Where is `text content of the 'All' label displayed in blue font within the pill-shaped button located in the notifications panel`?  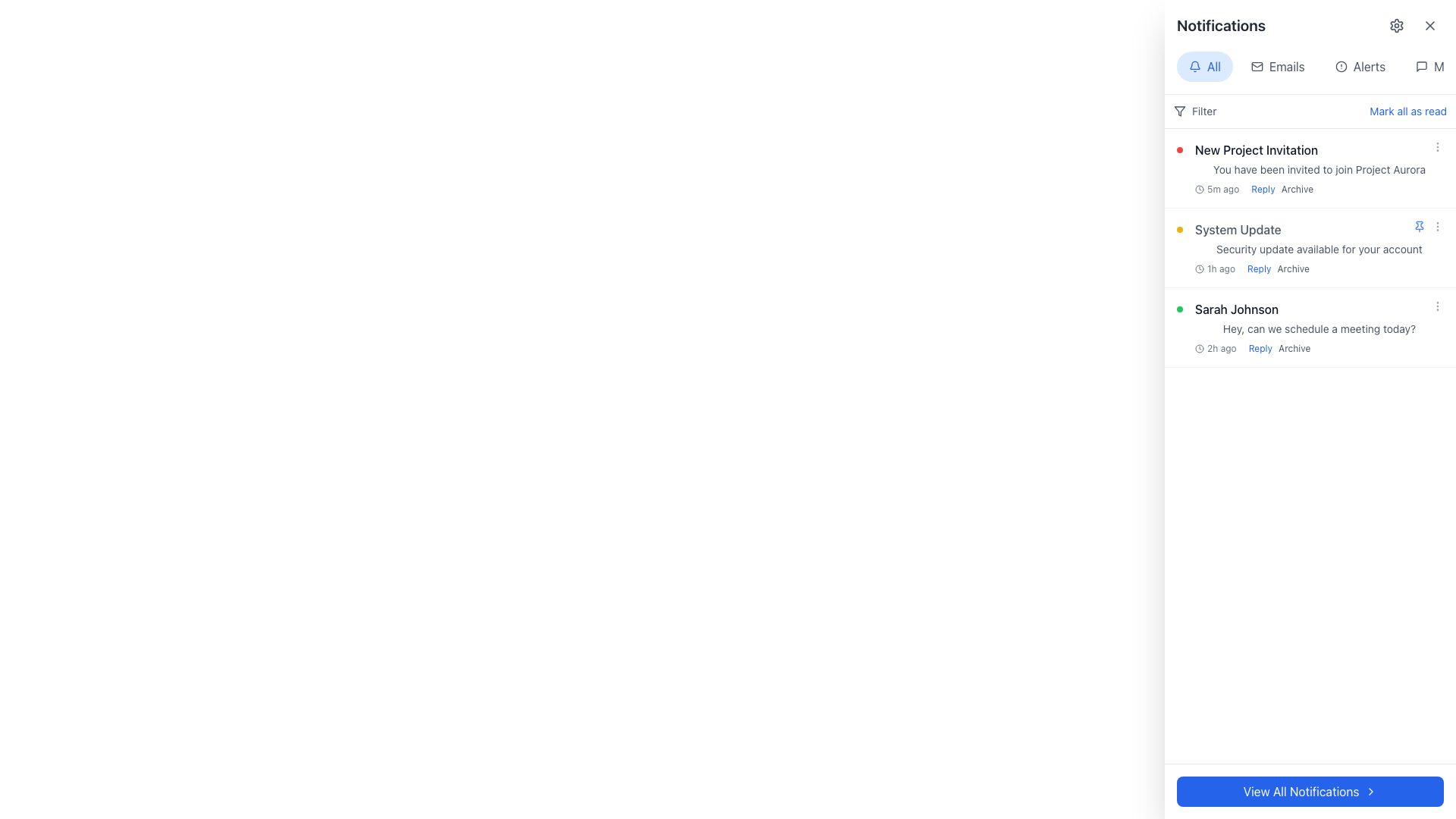
text content of the 'All' label displayed in blue font within the pill-shaped button located in the notifications panel is located at coordinates (1213, 66).